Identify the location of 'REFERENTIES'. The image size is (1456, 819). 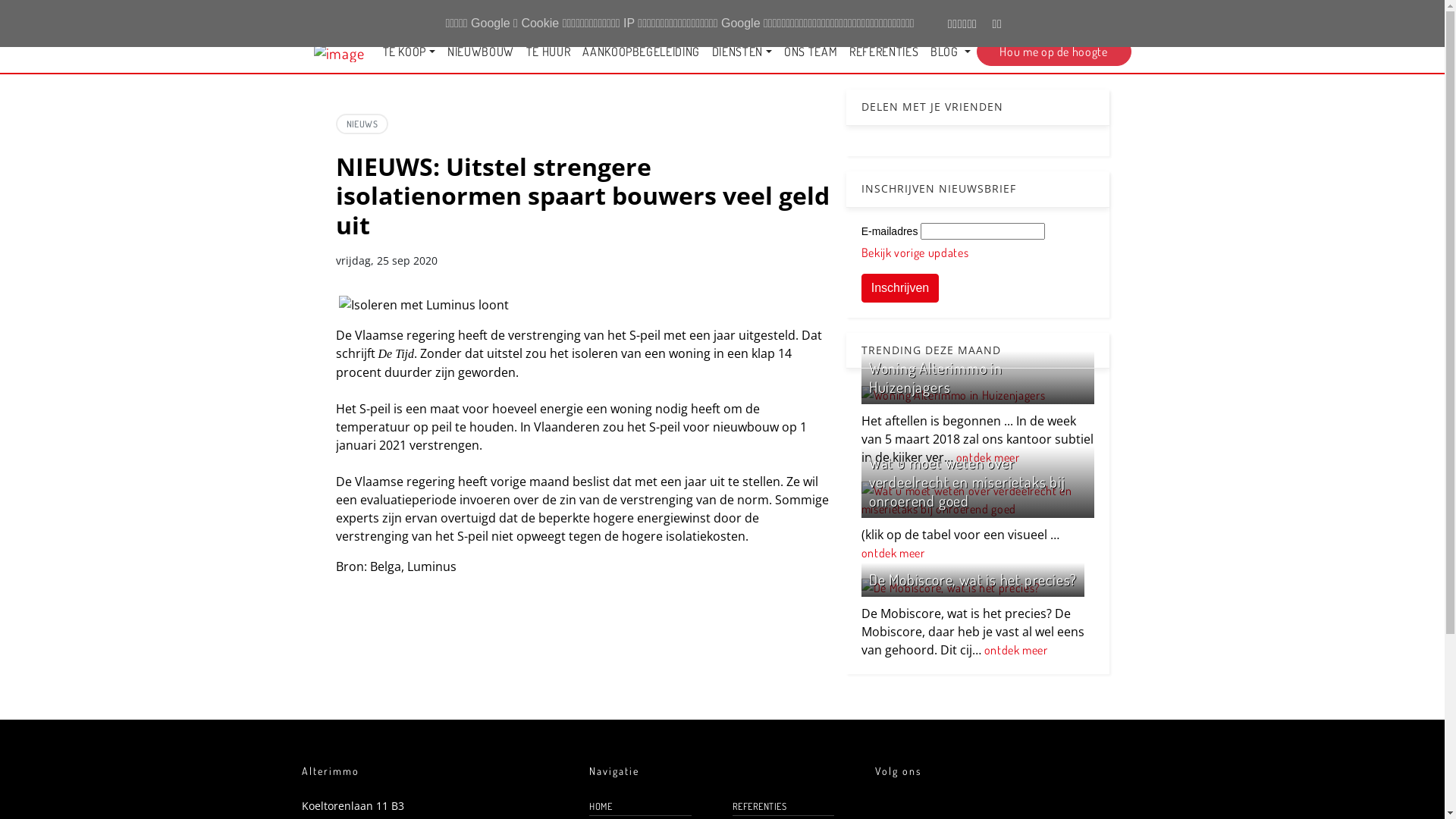
(783, 805).